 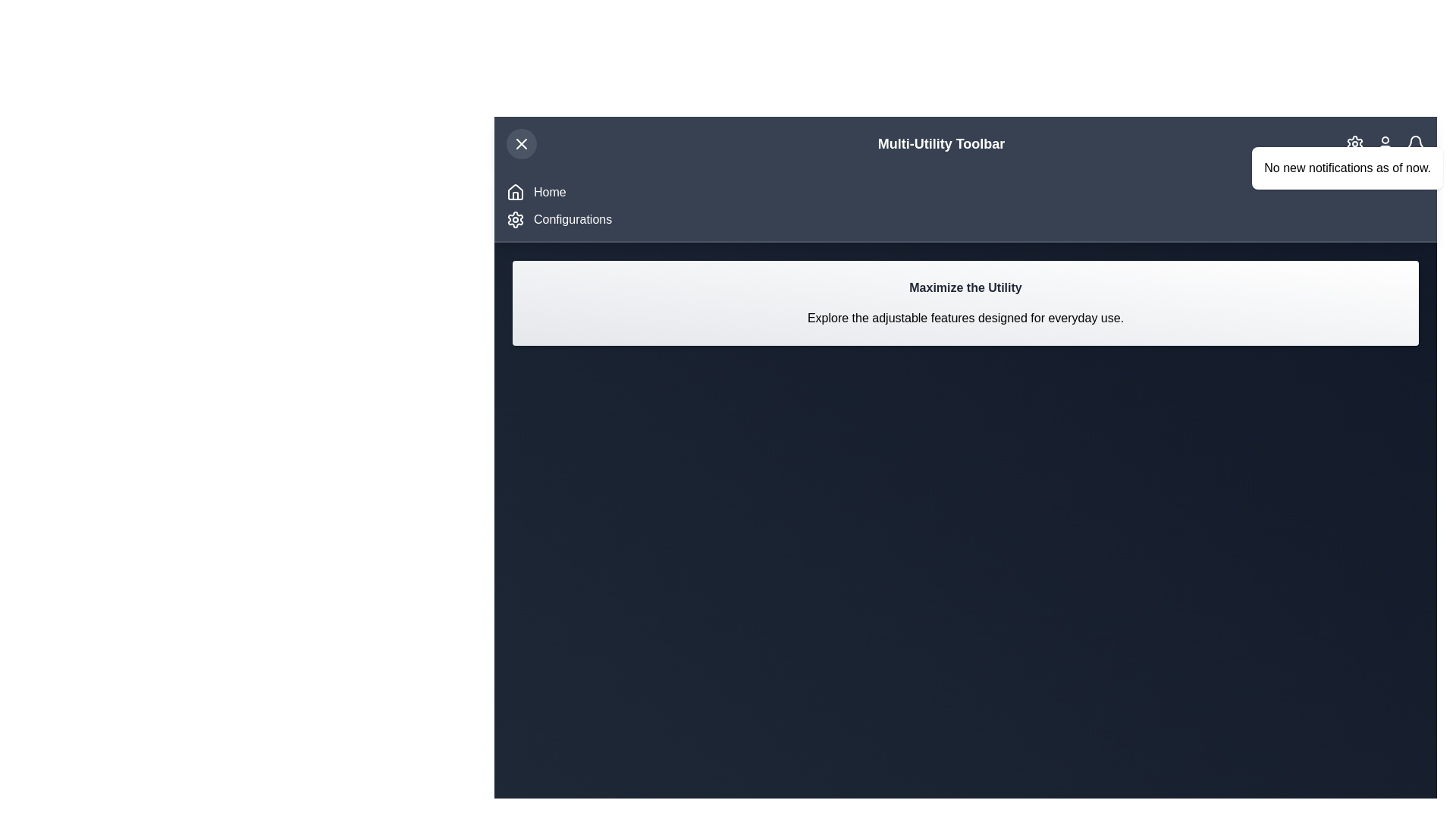 What do you see at coordinates (1354, 143) in the screenshot?
I see `the settings_icon to observe visual feedback` at bounding box center [1354, 143].